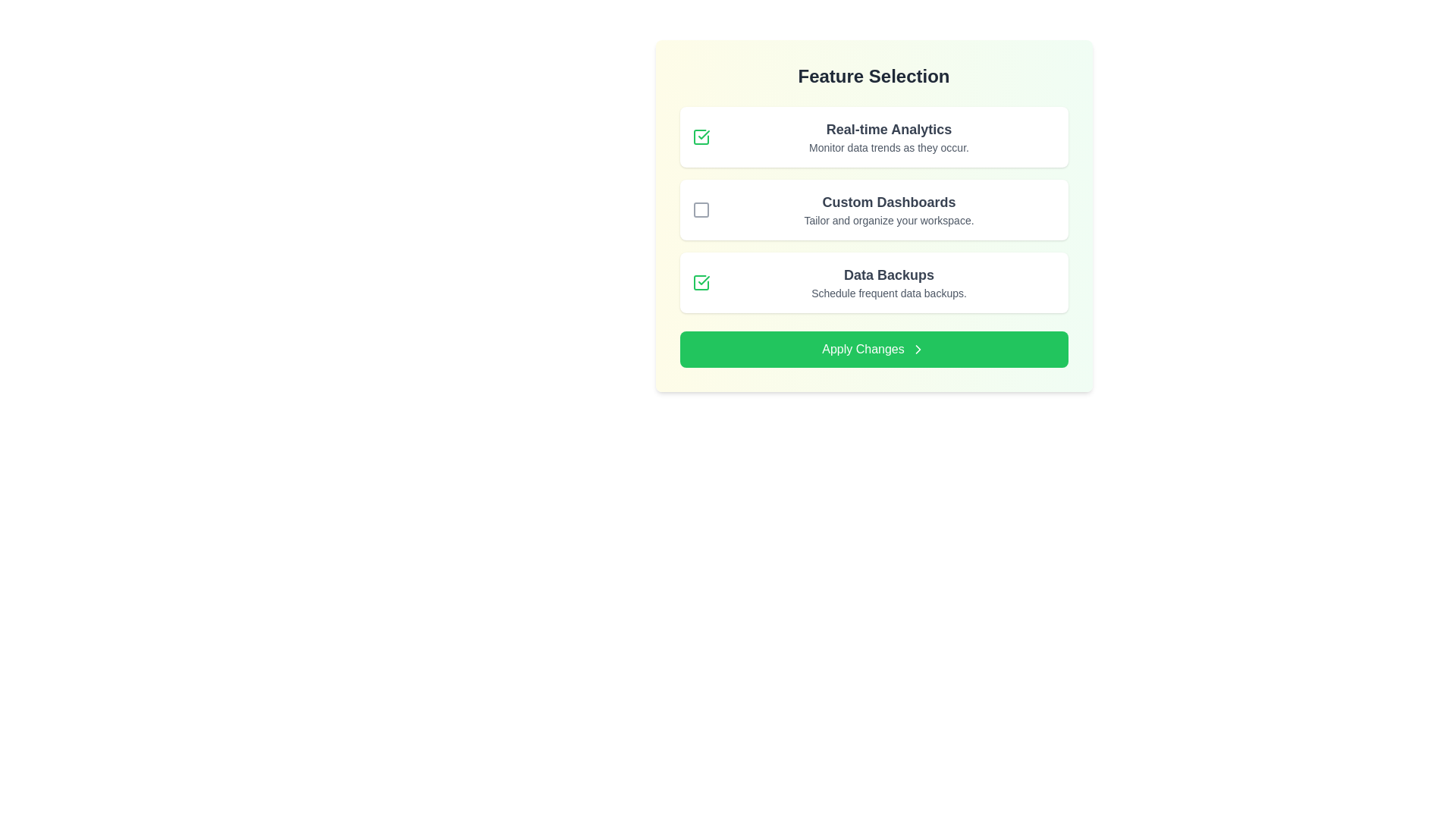 The width and height of the screenshot is (1456, 819). What do you see at coordinates (917, 350) in the screenshot?
I see `the right-facing chevron icon inside the green 'Apply Changes' button` at bounding box center [917, 350].